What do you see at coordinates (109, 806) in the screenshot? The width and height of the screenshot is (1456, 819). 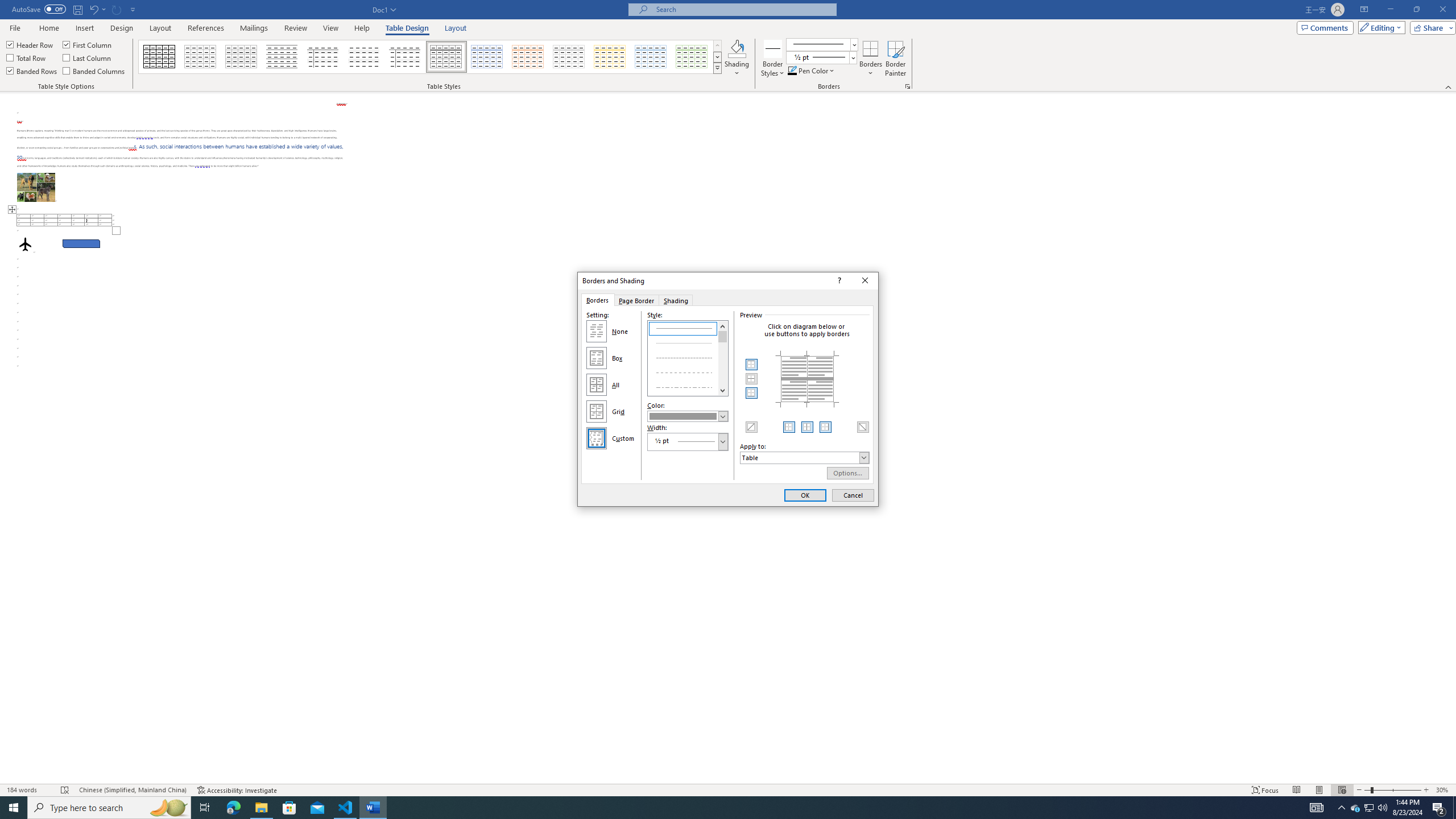 I see `'Type here to search'` at bounding box center [109, 806].